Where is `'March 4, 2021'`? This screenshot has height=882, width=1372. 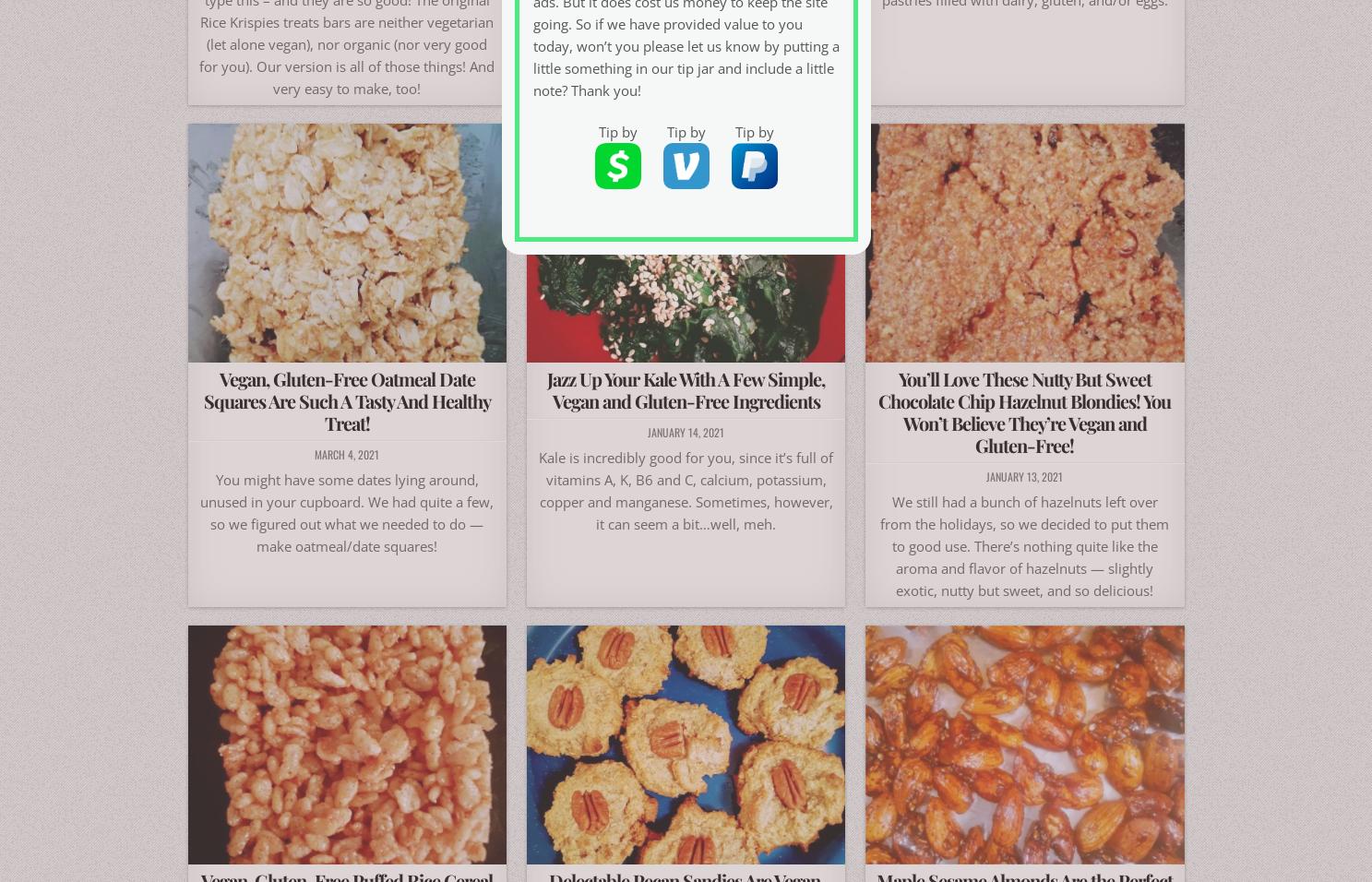 'March 4, 2021' is located at coordinates (347, 452).